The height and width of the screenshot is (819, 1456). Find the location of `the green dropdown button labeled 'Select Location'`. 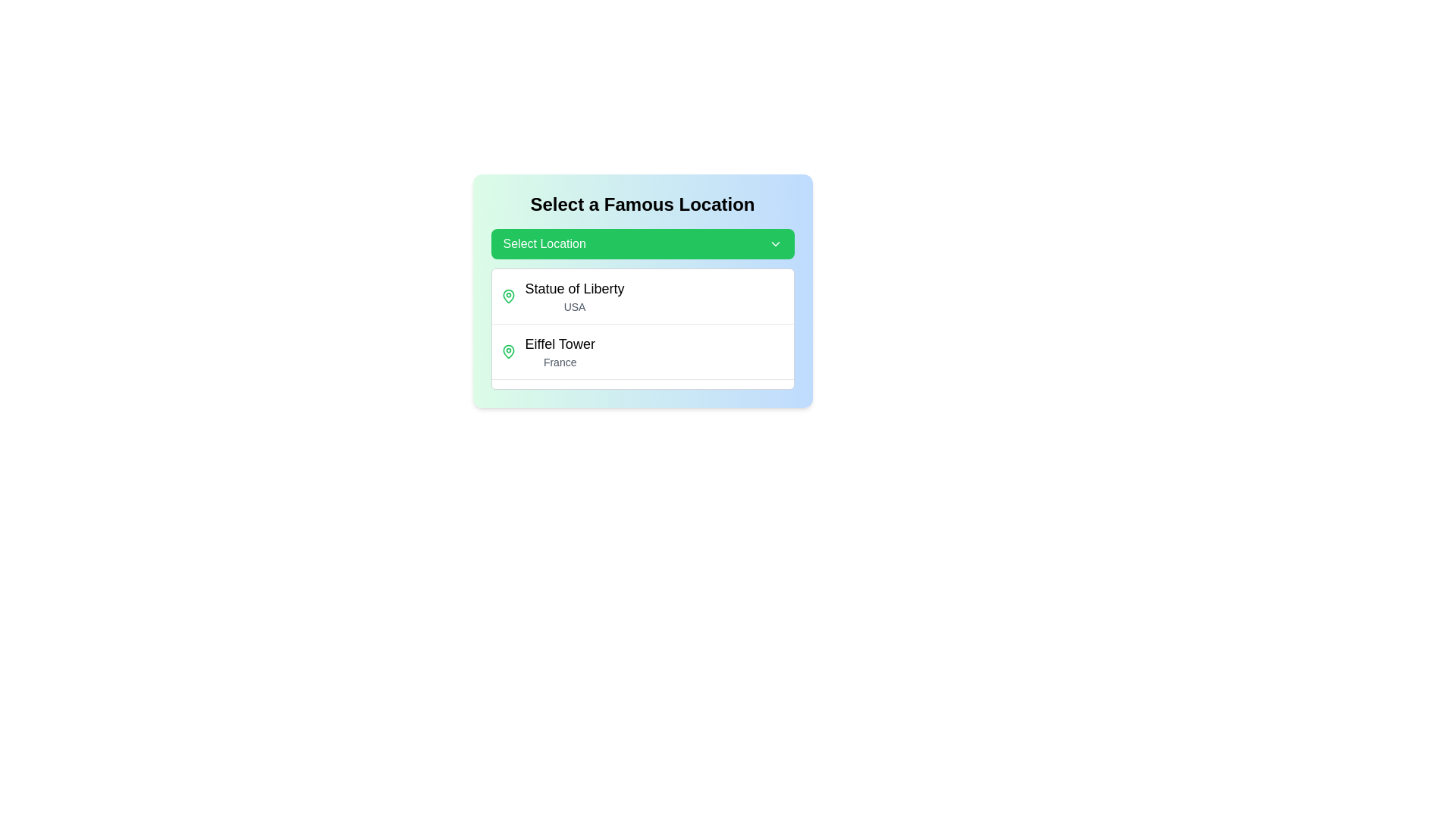

the green dropdown button labeled 'Select Location' is located at coordinates (642, 243).